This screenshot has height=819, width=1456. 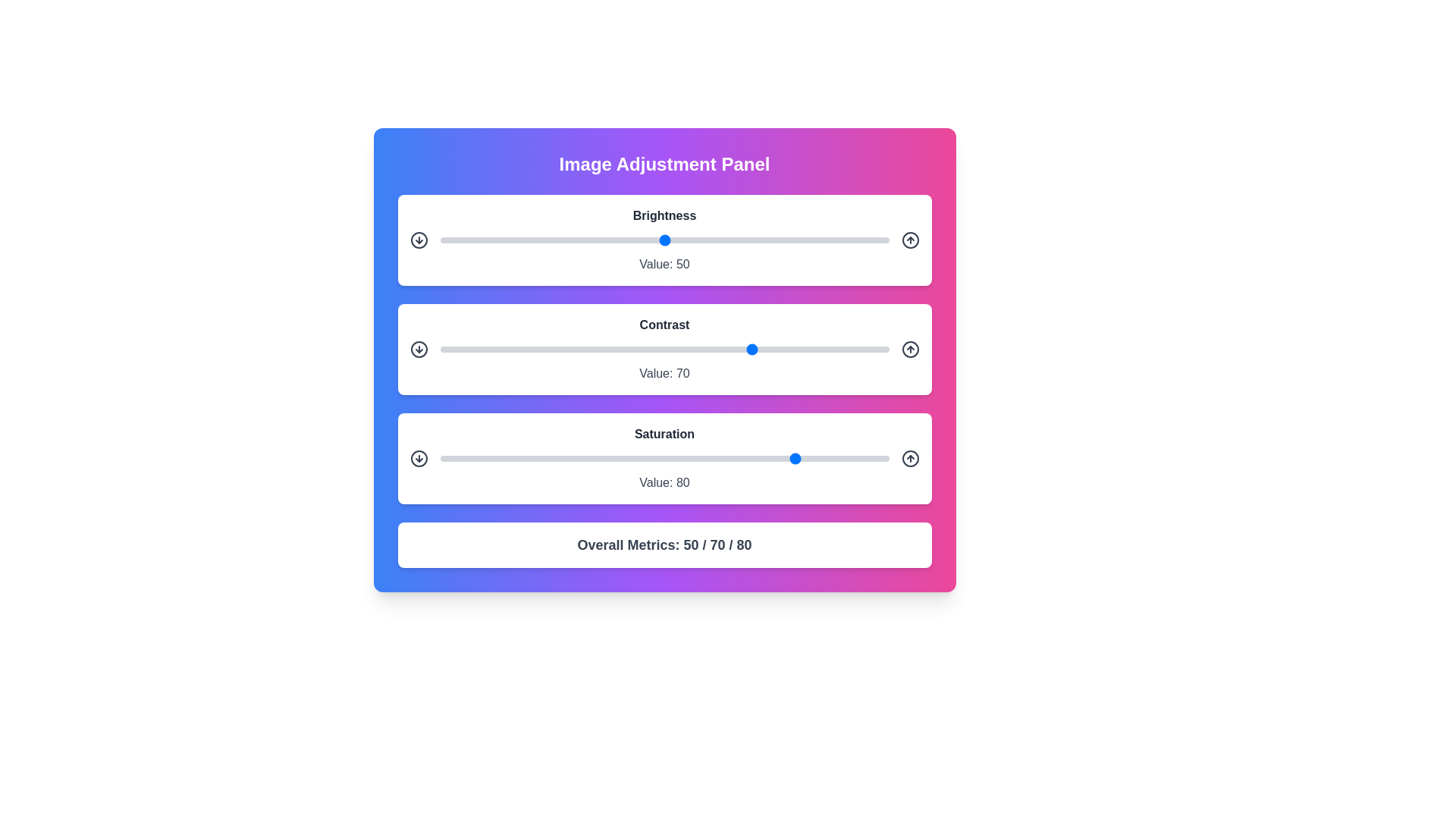 What do you see at coordinates (419, 458) in the screenshot?
I see `the SVG circle element that is part of the arrow-related icon in the 'Image Adjustment Panel', adjacent to the 'Saturation' label` at bounding box center [419, 458].